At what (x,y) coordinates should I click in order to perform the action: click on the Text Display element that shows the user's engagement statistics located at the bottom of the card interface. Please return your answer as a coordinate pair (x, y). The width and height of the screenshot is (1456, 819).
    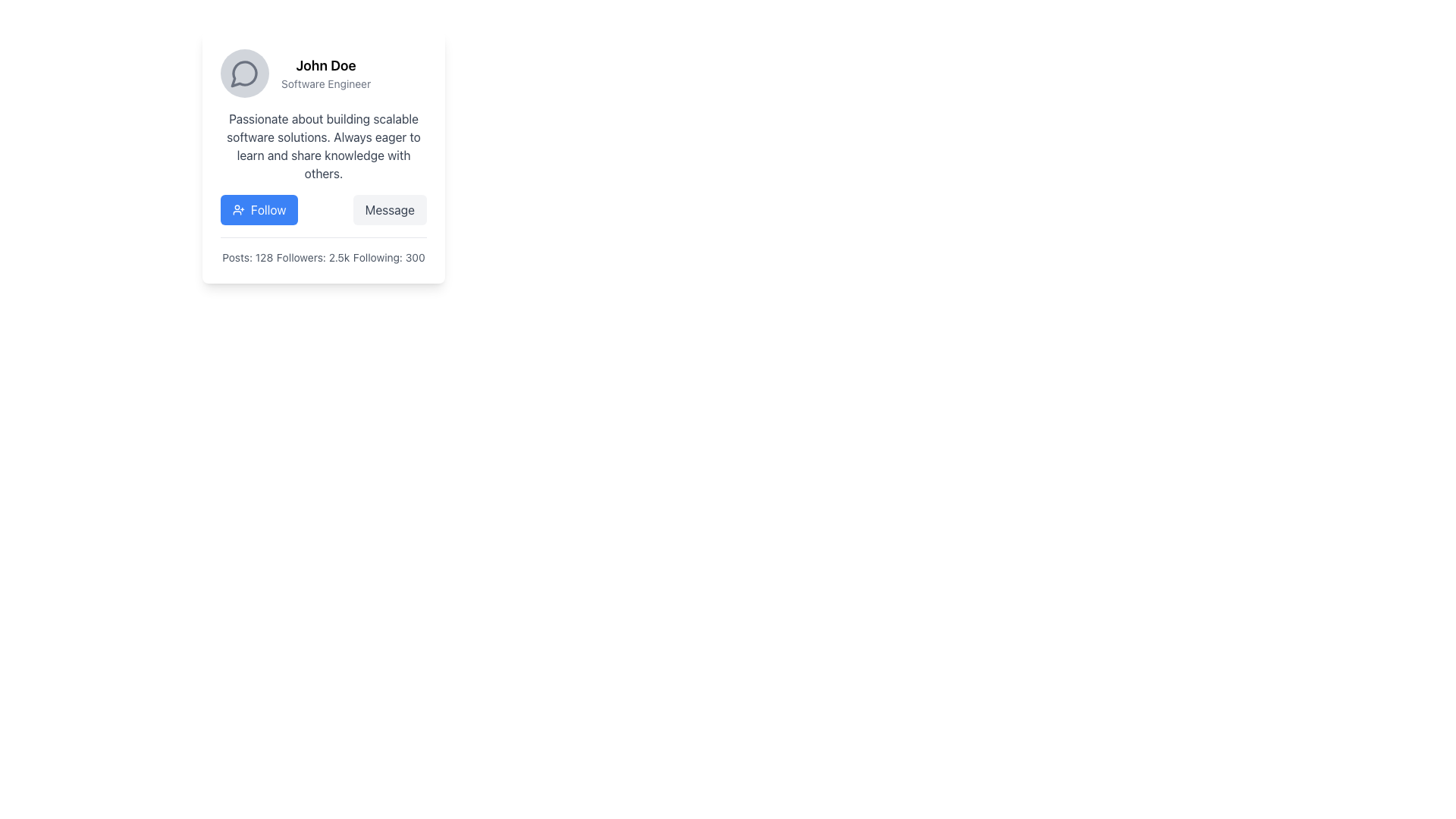
    Looking at the image, I should click on (323, 250).